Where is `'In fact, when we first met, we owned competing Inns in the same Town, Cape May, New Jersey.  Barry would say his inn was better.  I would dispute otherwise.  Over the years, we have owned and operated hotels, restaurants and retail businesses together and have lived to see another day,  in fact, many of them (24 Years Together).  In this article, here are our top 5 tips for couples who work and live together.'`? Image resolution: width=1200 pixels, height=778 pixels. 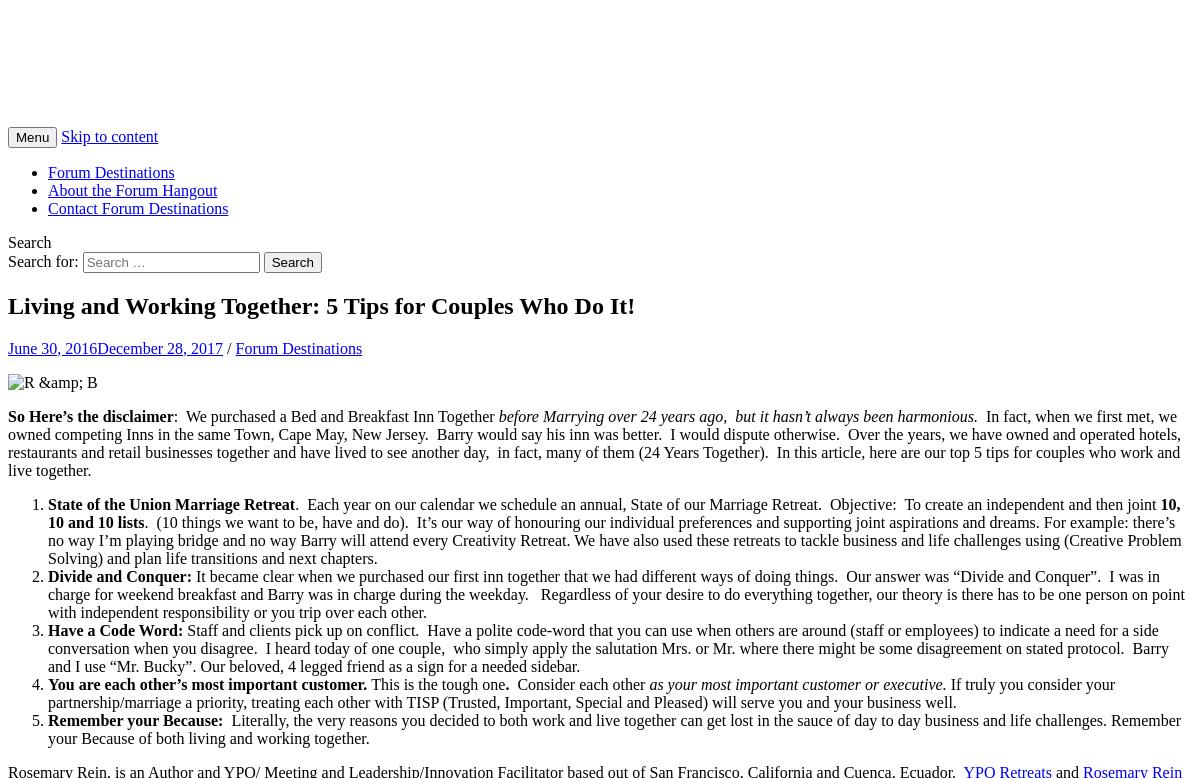 'In fact, when we first met, we owned competing Inns in the same Town, Cape May, New Jersey.  Barry would say his inn was better.  I would dispute otherwise.  Over the years, we have owned and operated hotels, restaurants and retail businesses together and have lived to see another day,  in fact, many of them (24 Years Together).  In this article, here are our top 5 tips for couples who work and live together.' is located at coordinates (593, 442).